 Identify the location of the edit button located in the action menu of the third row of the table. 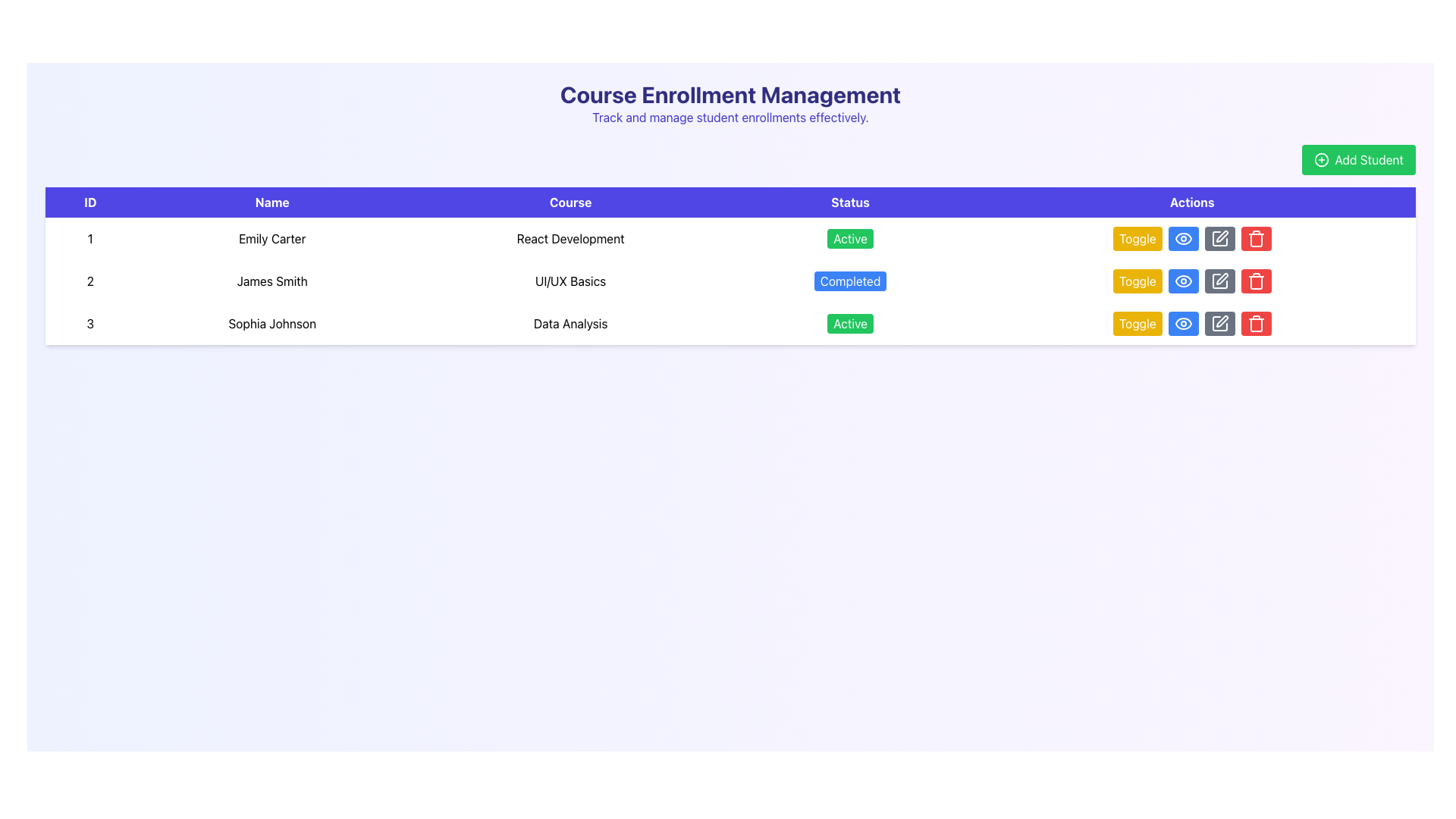
(1219, 323).